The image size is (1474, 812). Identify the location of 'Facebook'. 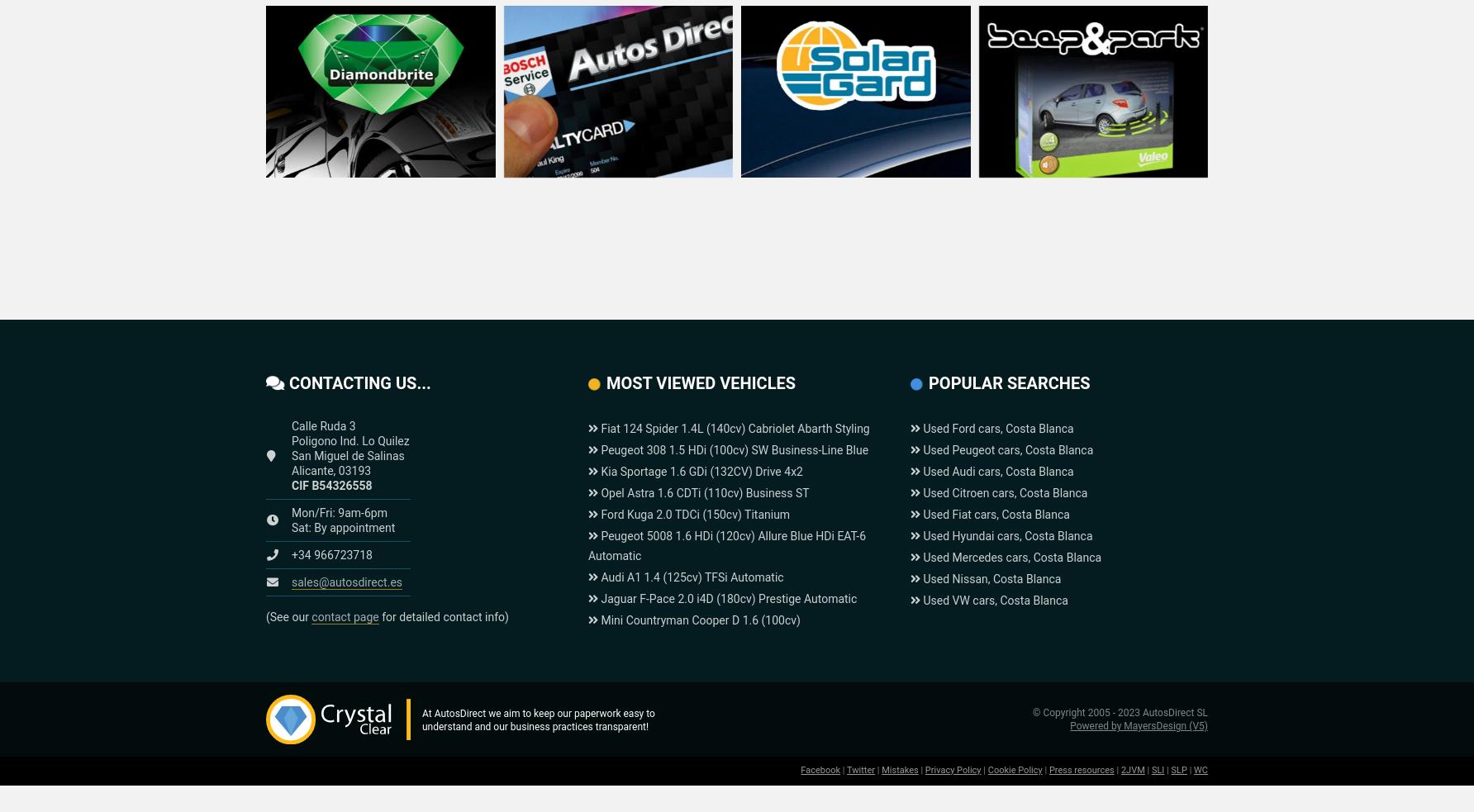
(820, 770).